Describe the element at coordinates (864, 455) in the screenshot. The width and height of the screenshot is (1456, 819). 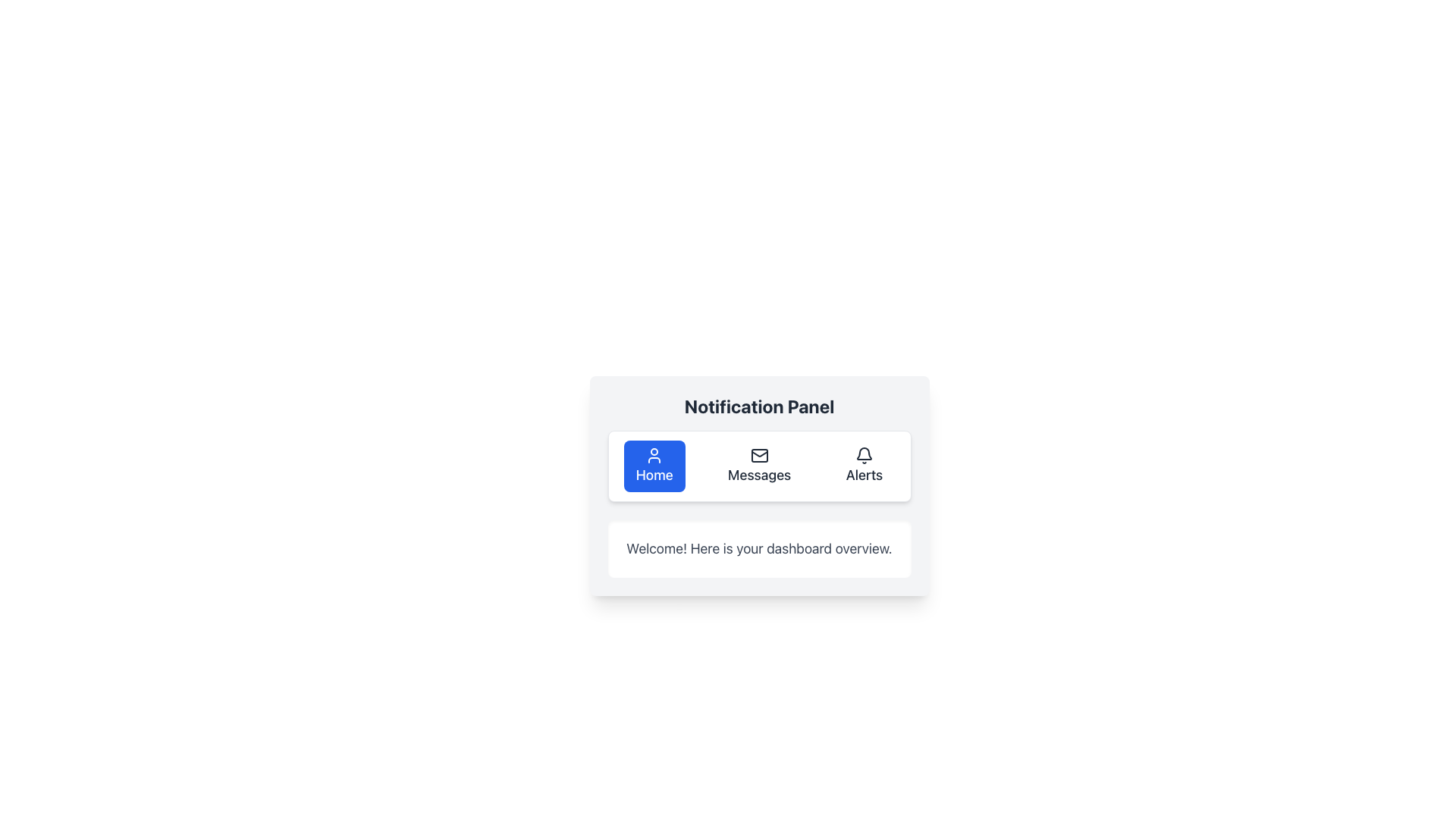
I see `the black bell icon within the 'Alerts' button` at that location.